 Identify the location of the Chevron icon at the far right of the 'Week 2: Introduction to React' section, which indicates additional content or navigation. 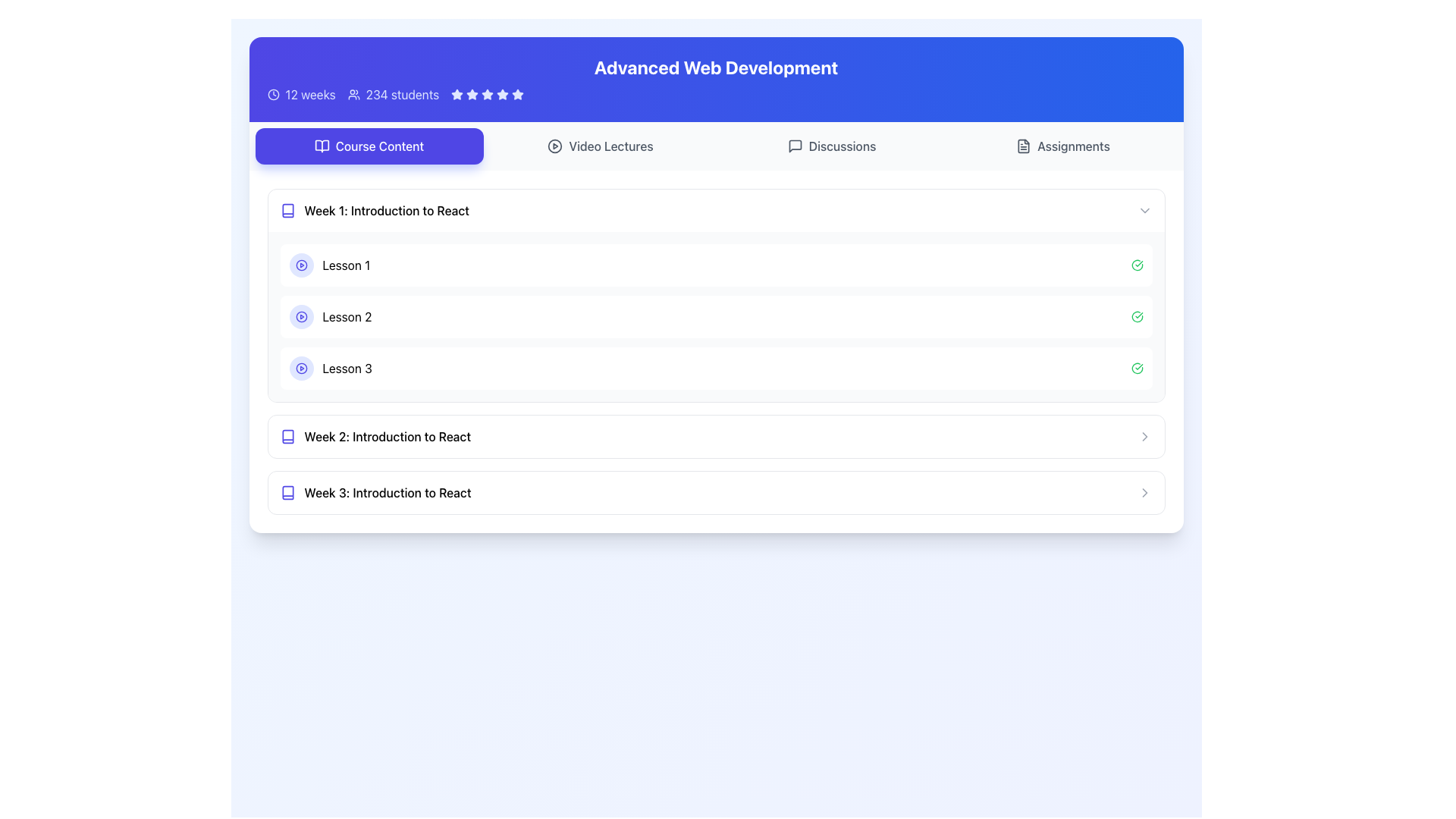
(1144, 436).